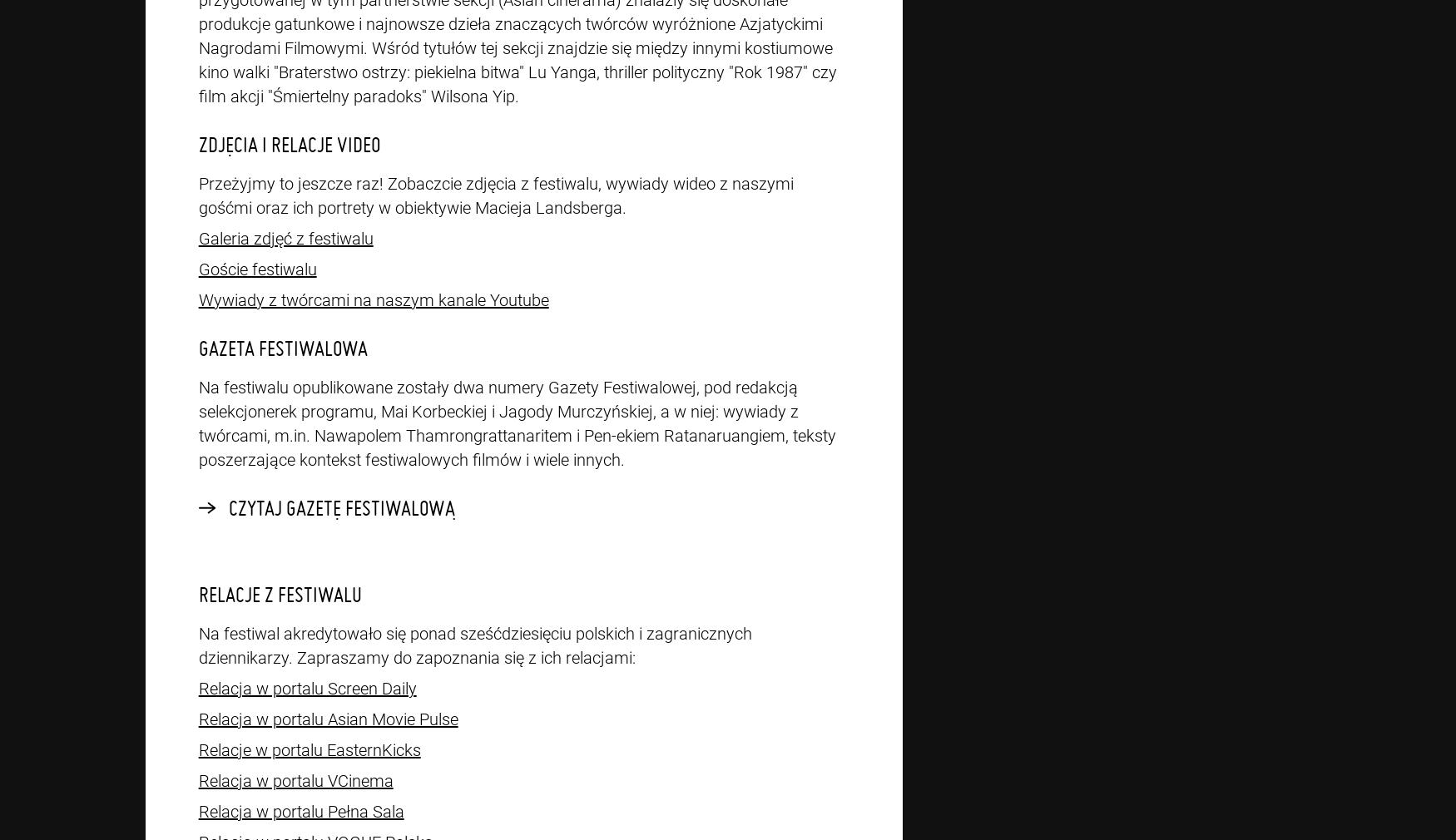 The image size is (1456, 840). Describe the element at coordinates (300, 811) in the screenshot. I see `'Relacja w portalu Pełna Sala'` at that location.